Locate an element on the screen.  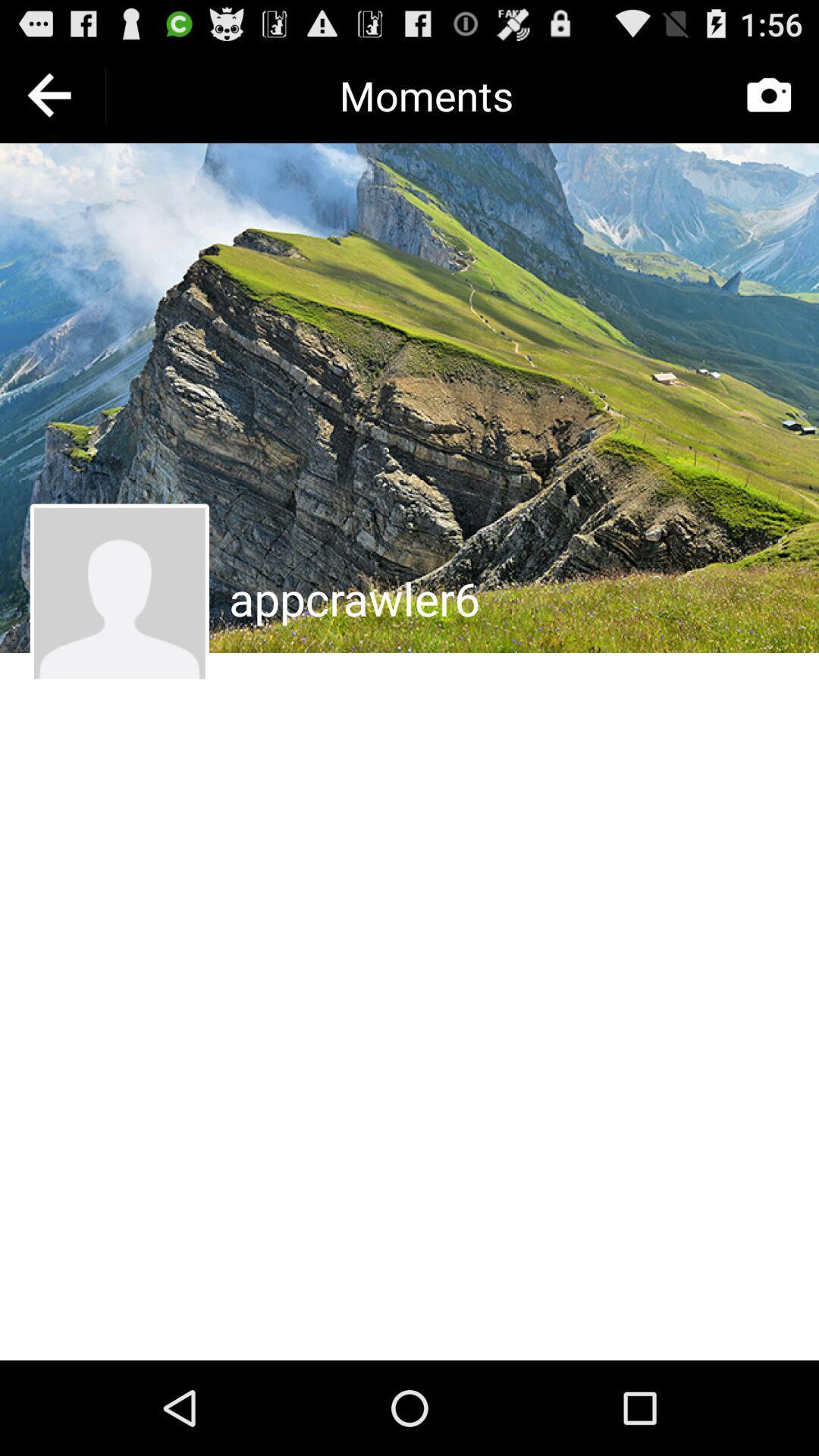
user profile button is located at coordinates (118, 592).